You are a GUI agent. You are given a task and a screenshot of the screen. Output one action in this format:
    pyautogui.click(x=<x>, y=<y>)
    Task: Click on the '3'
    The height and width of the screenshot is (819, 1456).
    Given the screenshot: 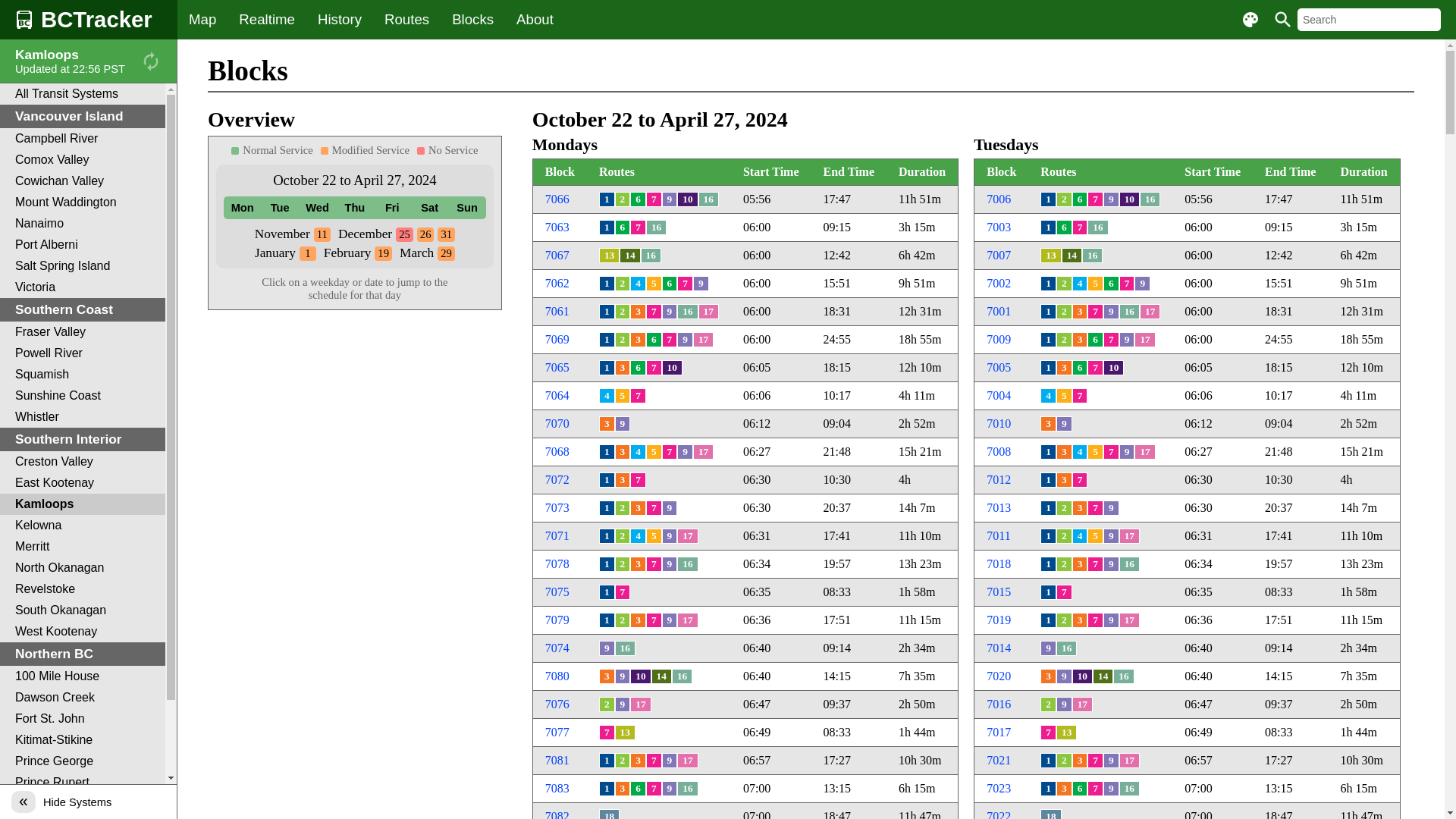 What is the action you would take?
    pyautogui.click(x=1079, y=564)
    